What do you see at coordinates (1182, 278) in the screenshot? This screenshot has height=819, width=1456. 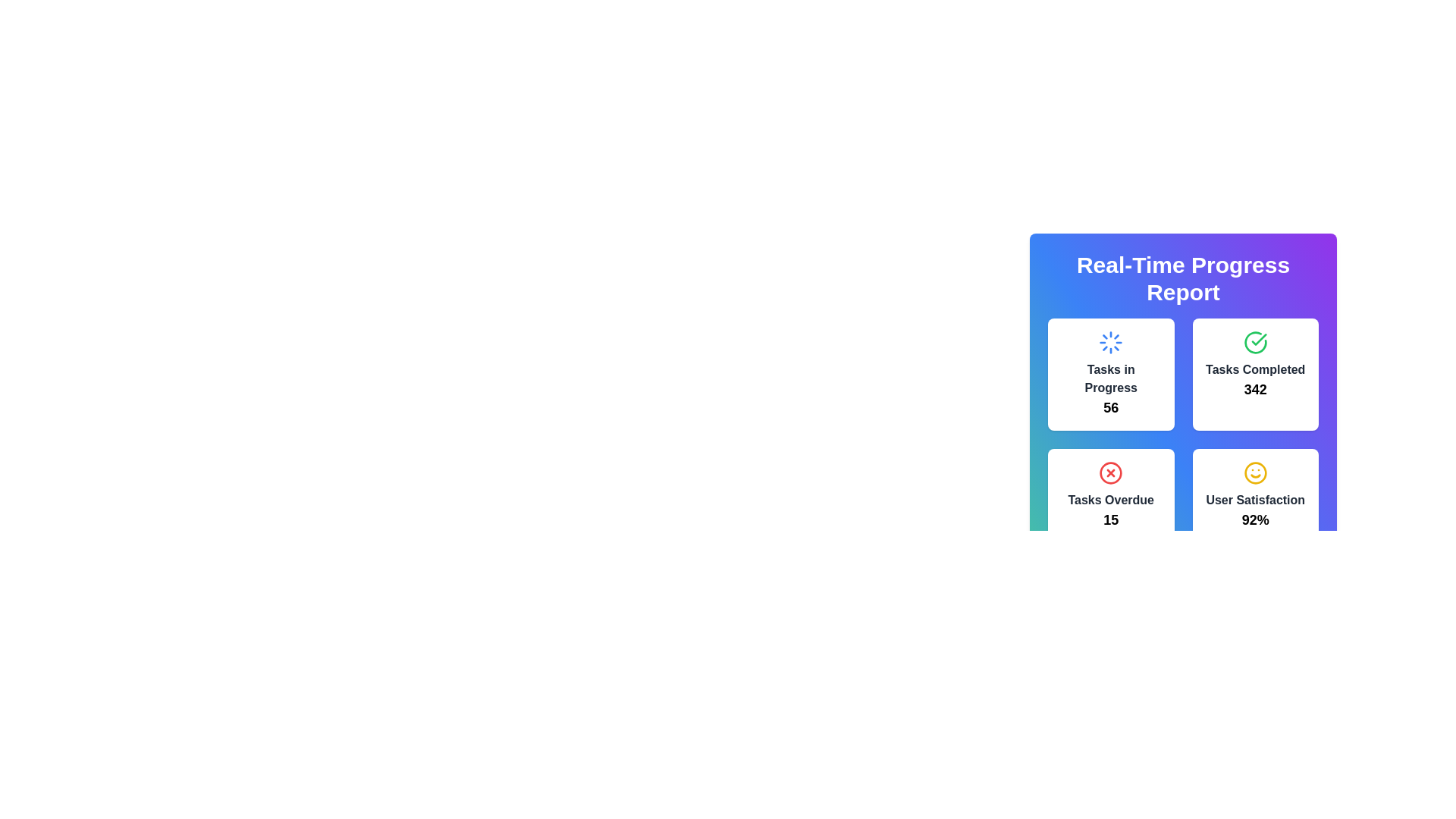 I see `the textual header element displaying 'Real-Time Progress Report', which is styled with a bold, white font on a multicolor gradient background, located at the top of the panel containing task metrics` at bounding box center [1182, 278].